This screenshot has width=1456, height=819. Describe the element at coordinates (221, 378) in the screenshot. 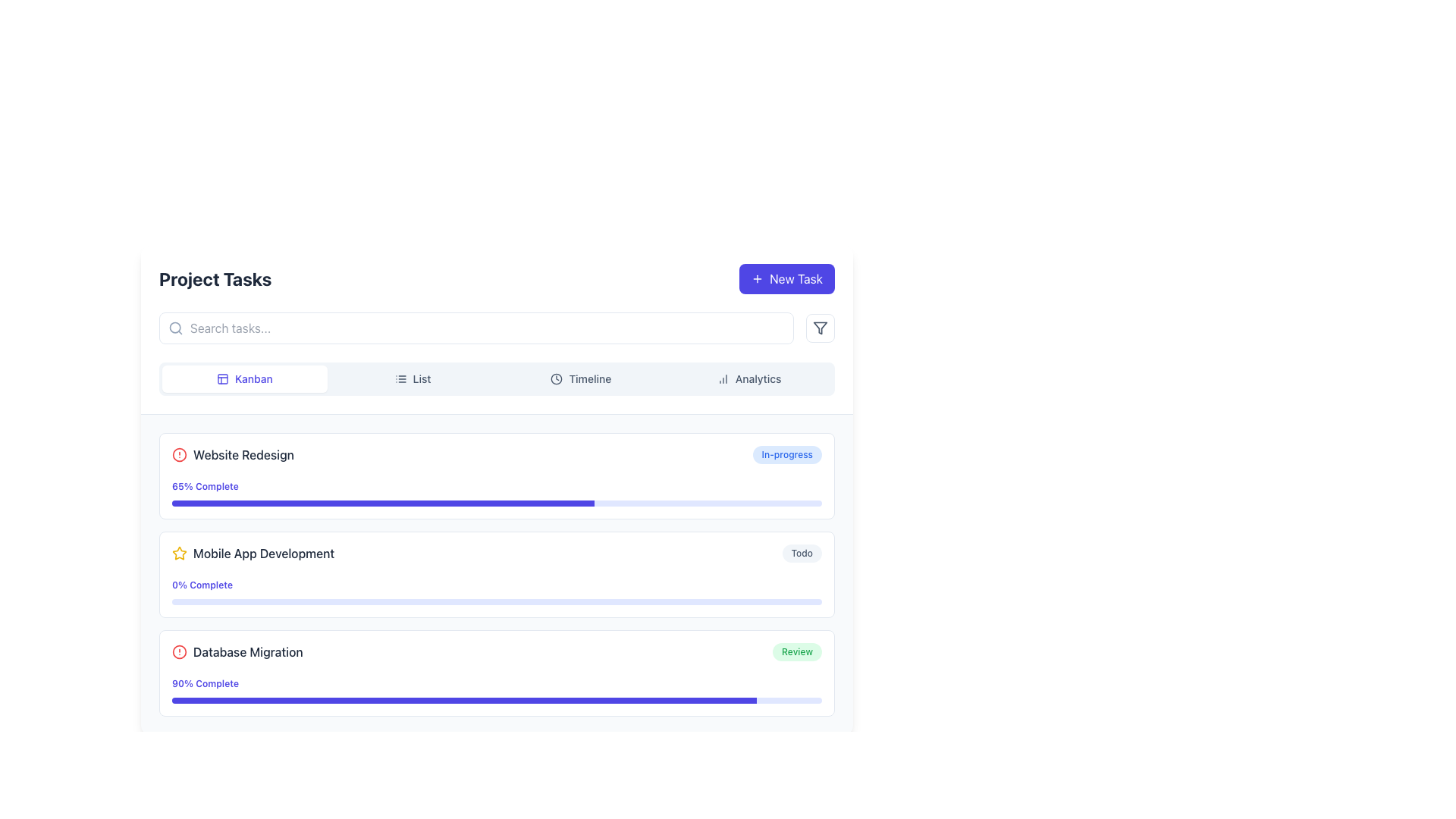

I see `the graphical icon segment that represents a part of an icon used for navigation in the application interface` at that location.